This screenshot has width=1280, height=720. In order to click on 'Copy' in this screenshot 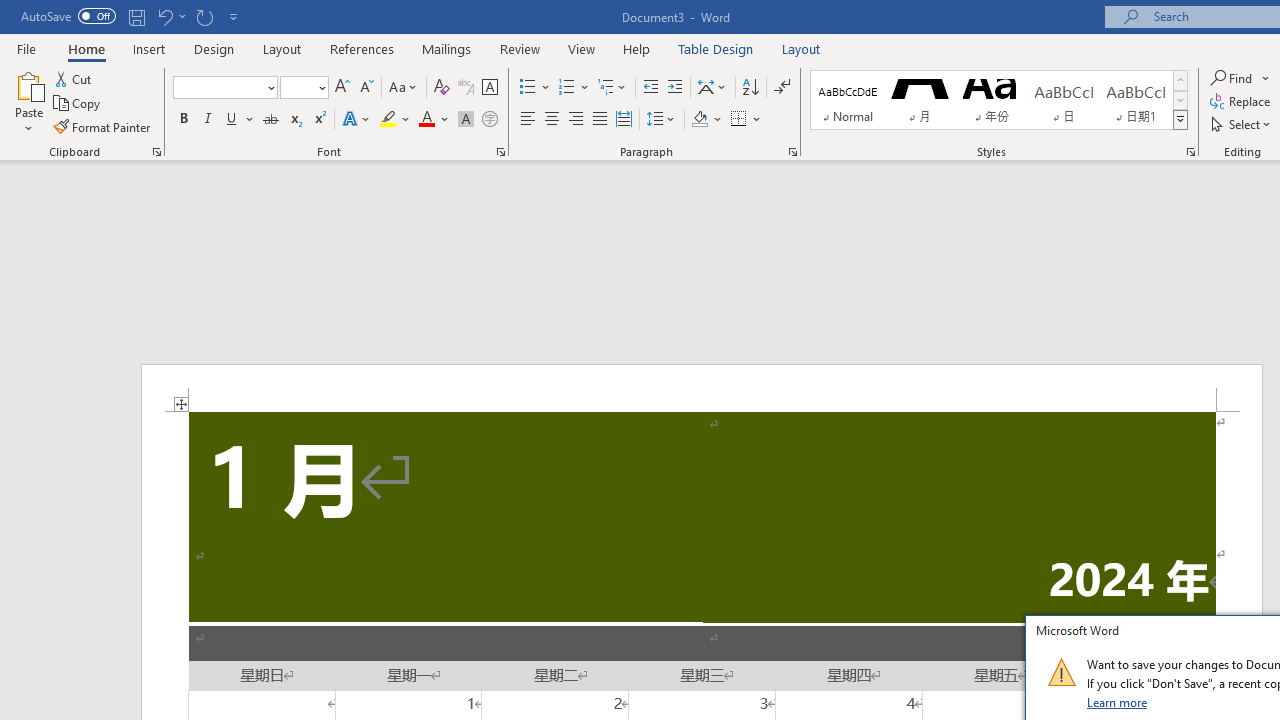, I will do `click(78, 103)`.